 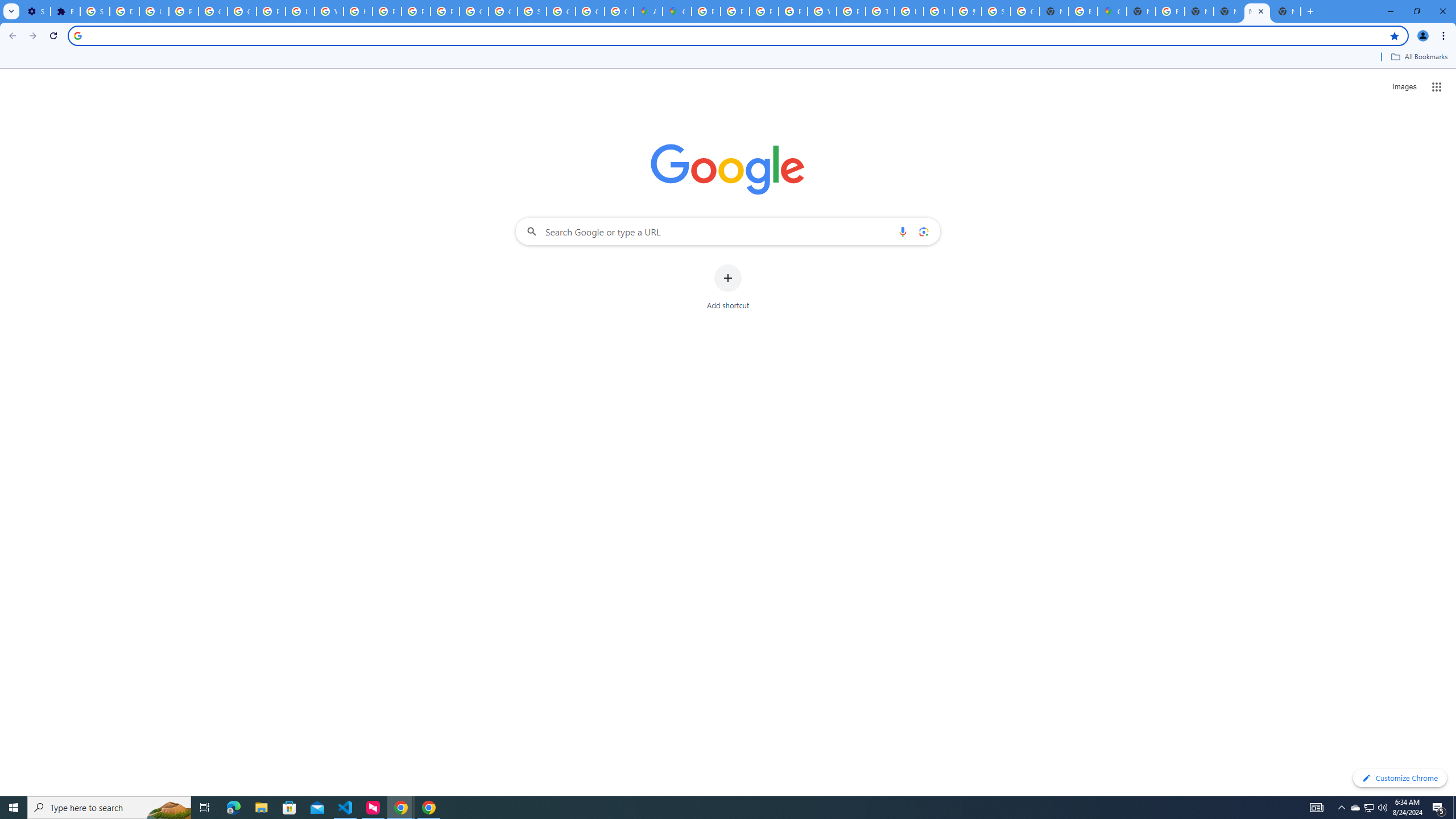 What do you see at coordinates (705, 11) in the screenshot?
I see `'Policy Accountability and Transparency - Transparency Center'` at bounding box center [705, 11].